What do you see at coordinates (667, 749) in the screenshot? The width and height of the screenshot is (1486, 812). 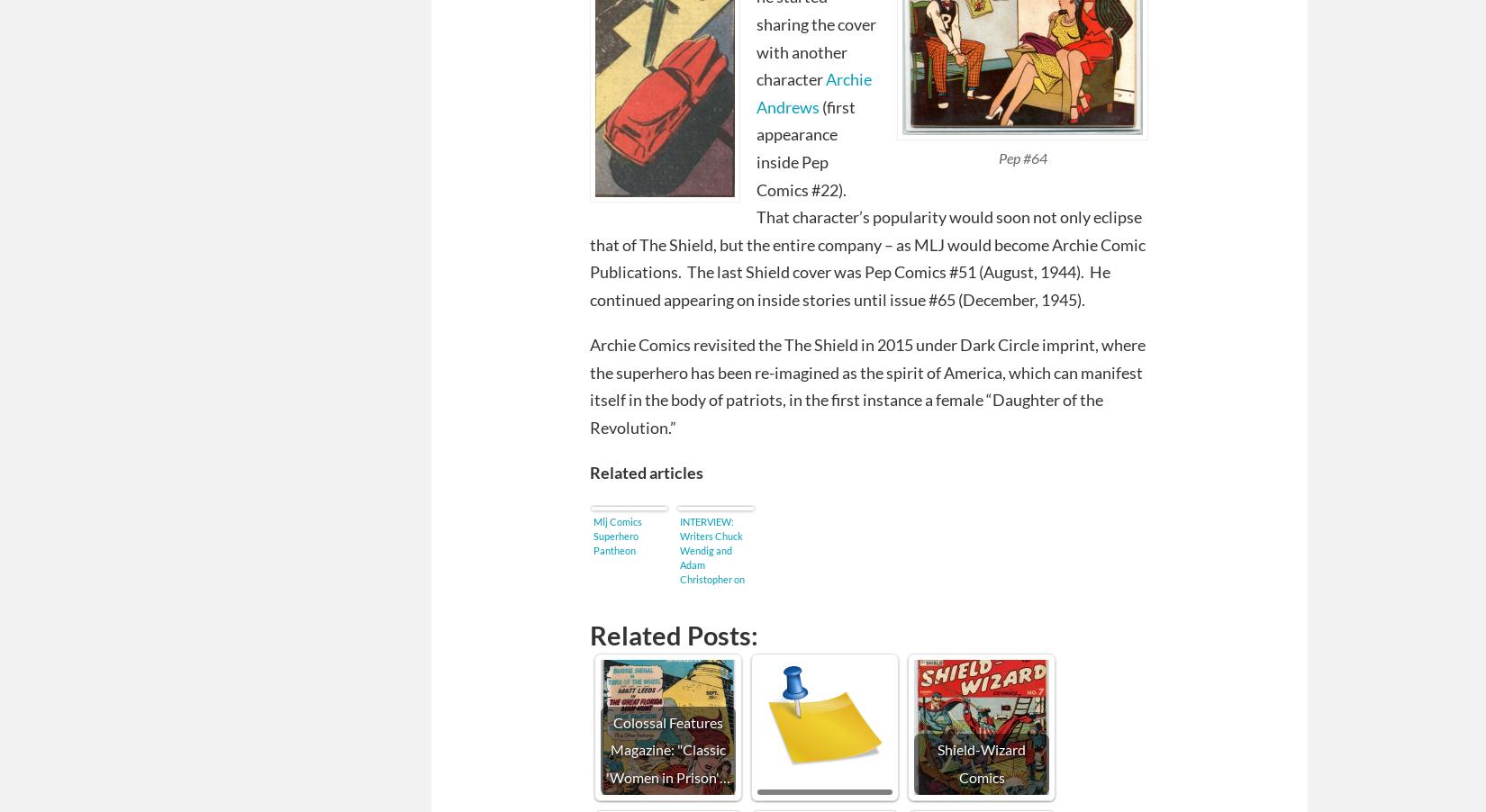 I see `'Colossal Features Magazine: "Classic 'Women in Prison'…'` at bounding box center [667, 749].